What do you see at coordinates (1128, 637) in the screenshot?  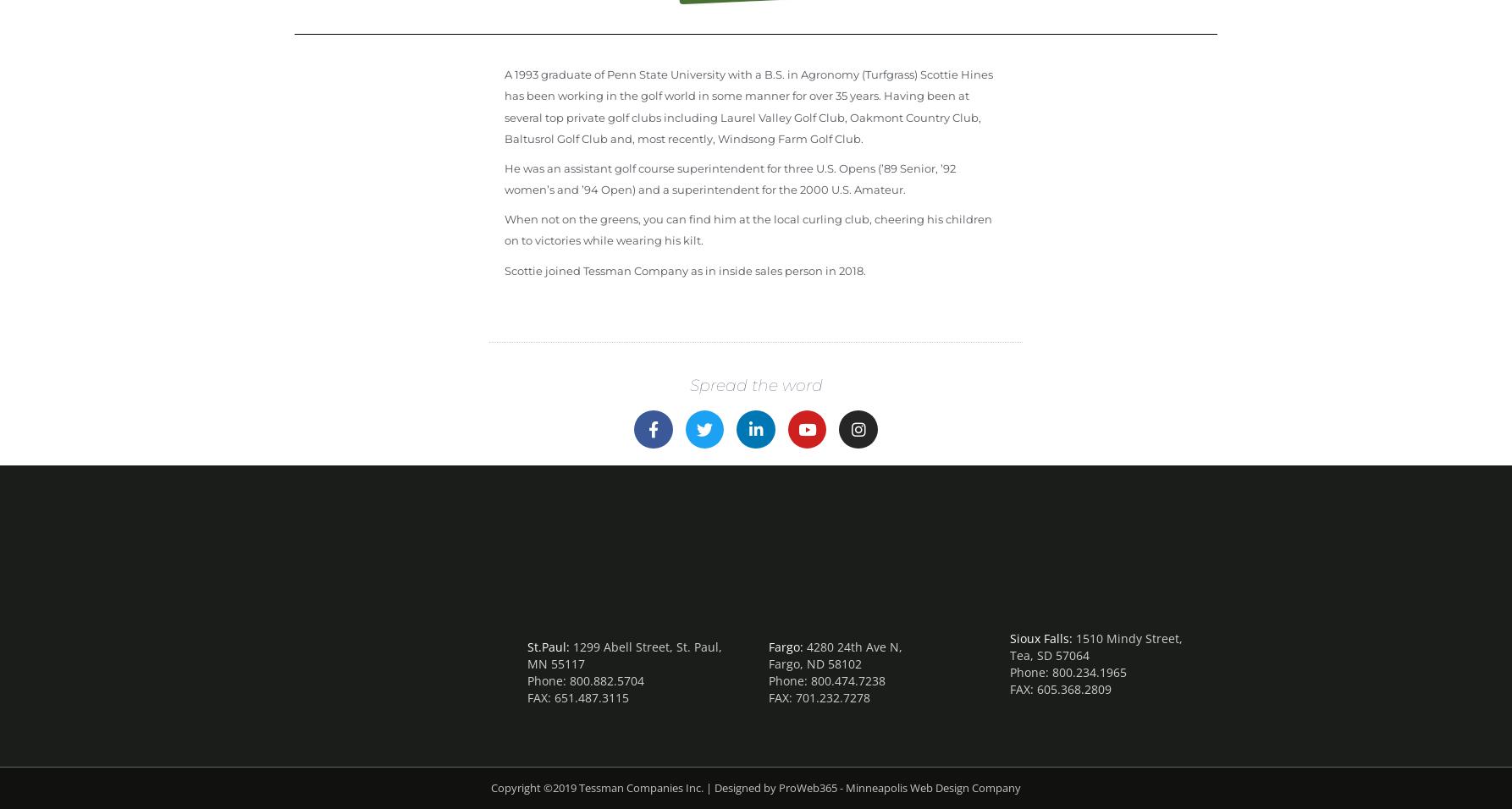 I see `'1510 Mindy Street,'` at bounding box center [1128, 637].